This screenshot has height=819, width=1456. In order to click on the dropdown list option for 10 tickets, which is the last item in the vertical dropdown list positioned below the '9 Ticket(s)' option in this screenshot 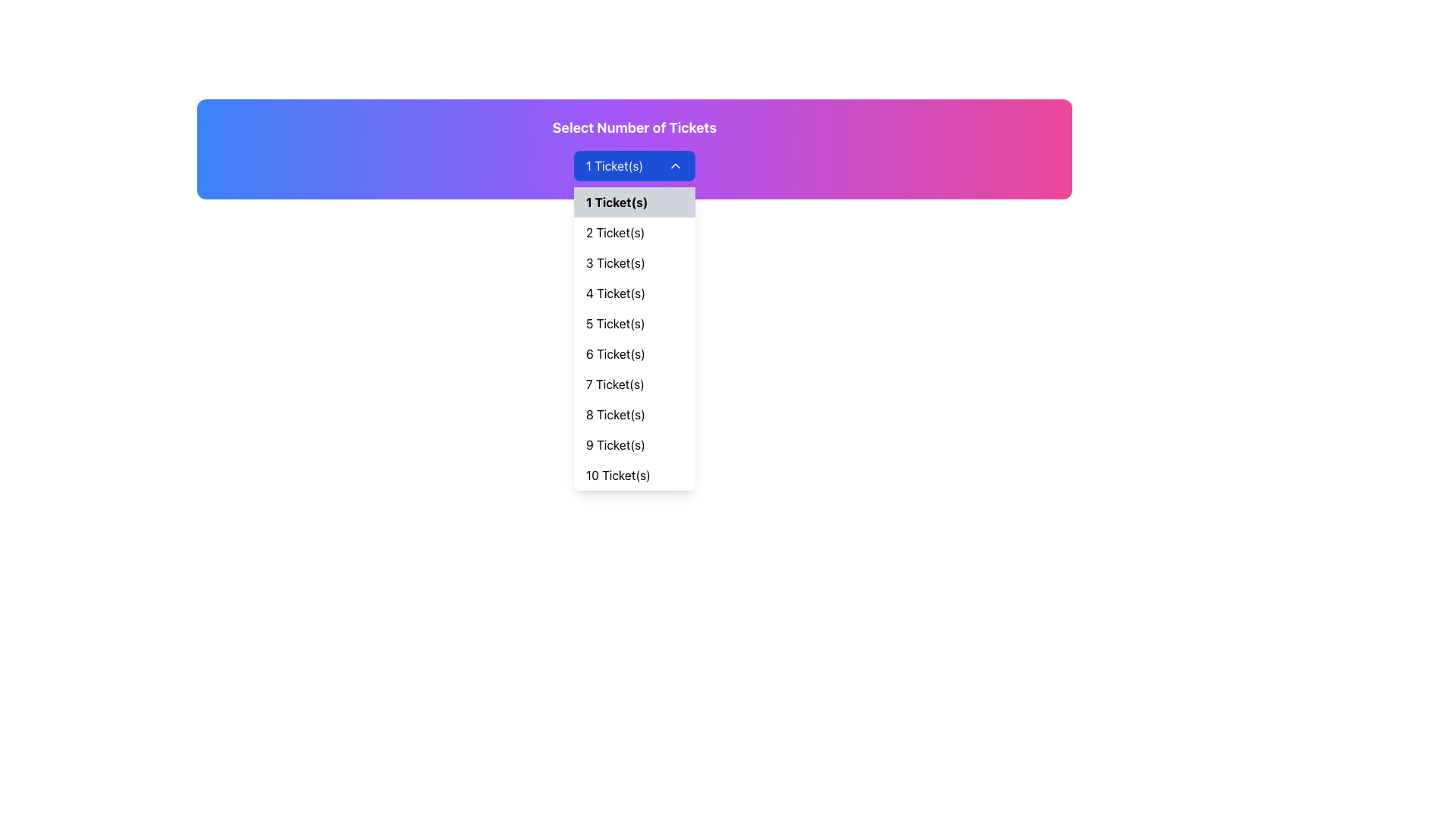, I will do `click(634, 475)`.